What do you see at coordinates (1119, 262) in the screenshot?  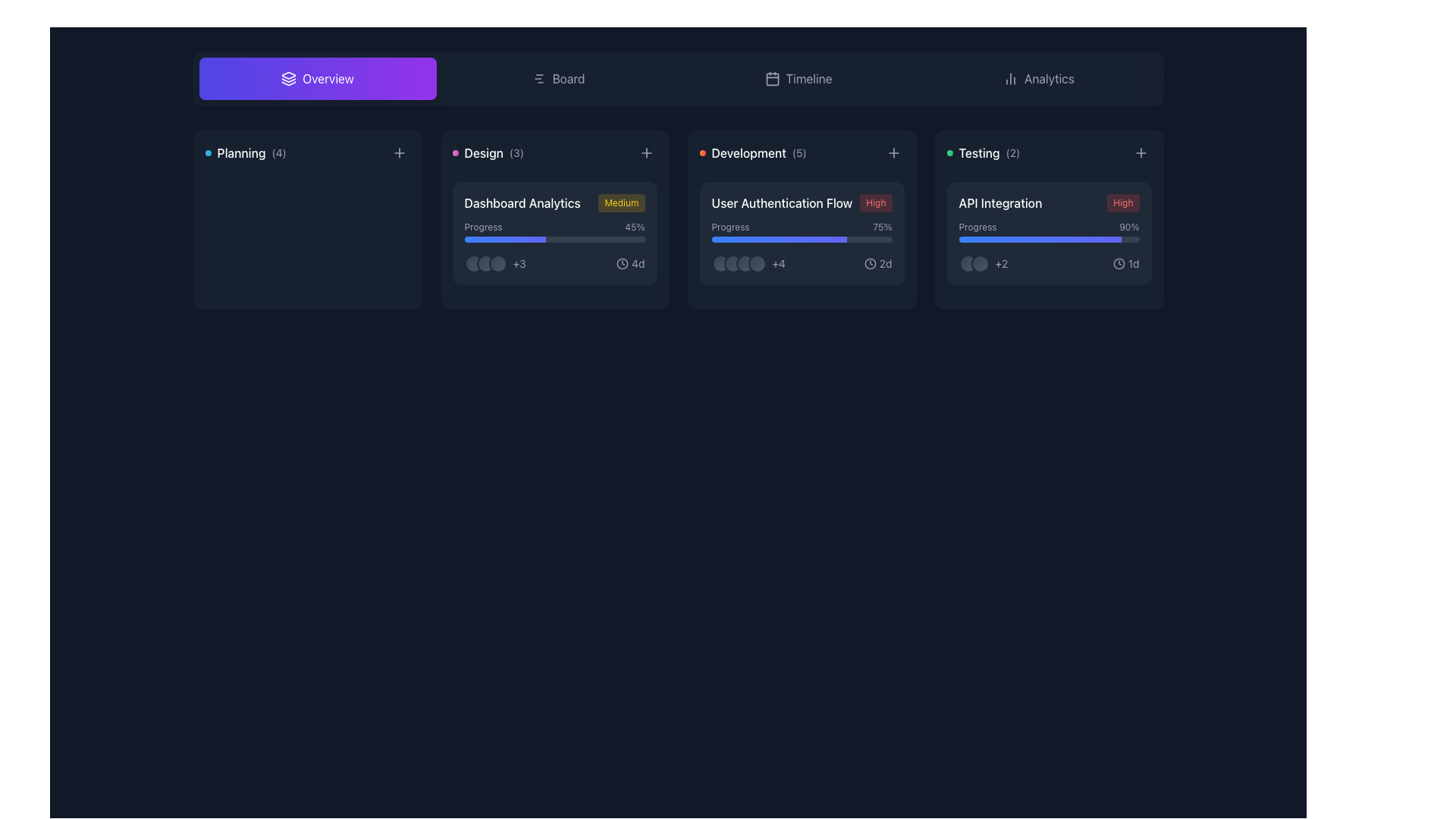 I see `the small circular clock icon located in the Testing column under the API Integration item` at bounding box center [1119, 262].